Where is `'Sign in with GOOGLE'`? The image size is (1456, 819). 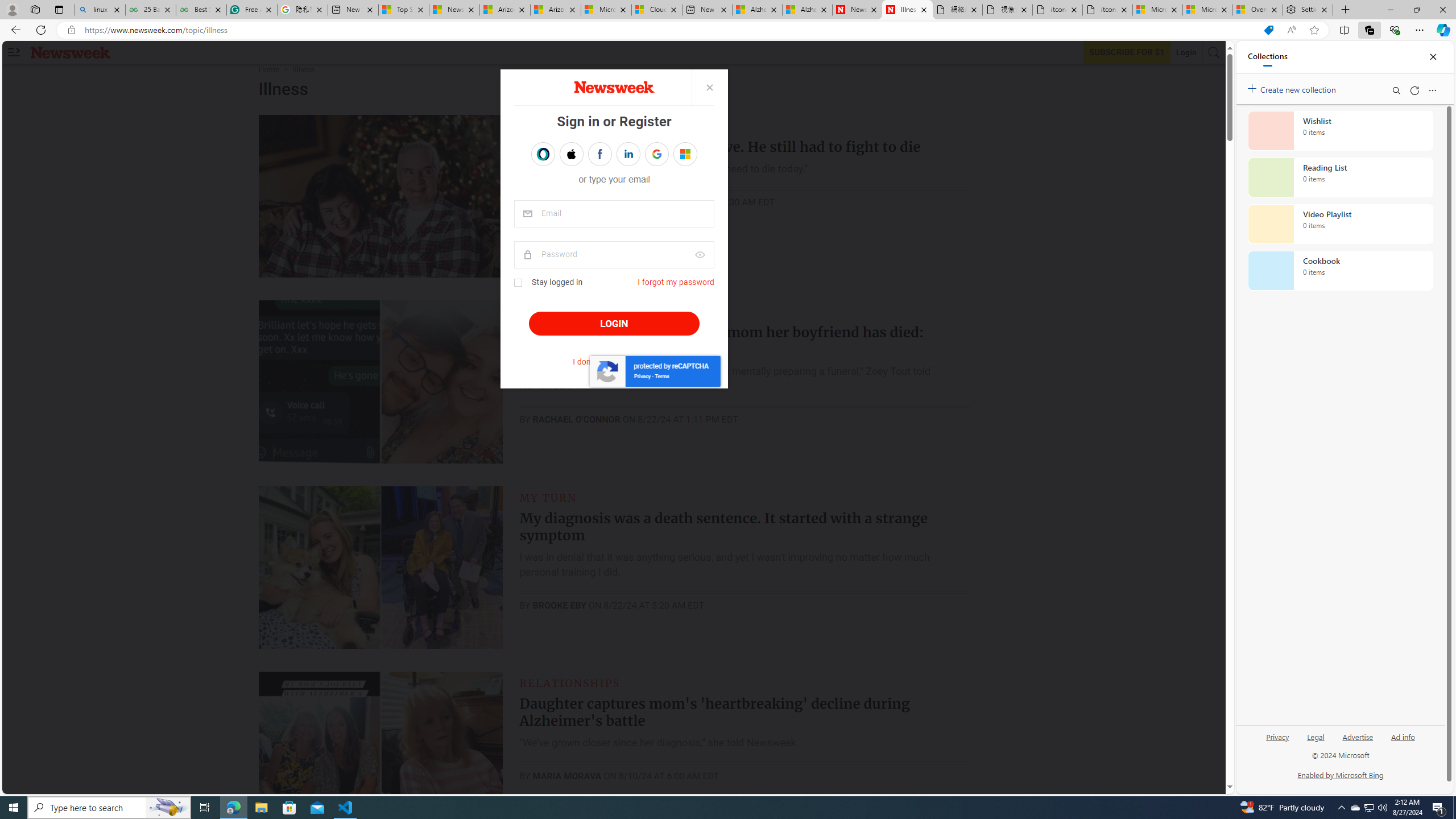
'Sign in with GOOGLE' is located at coordinates (656, 154).